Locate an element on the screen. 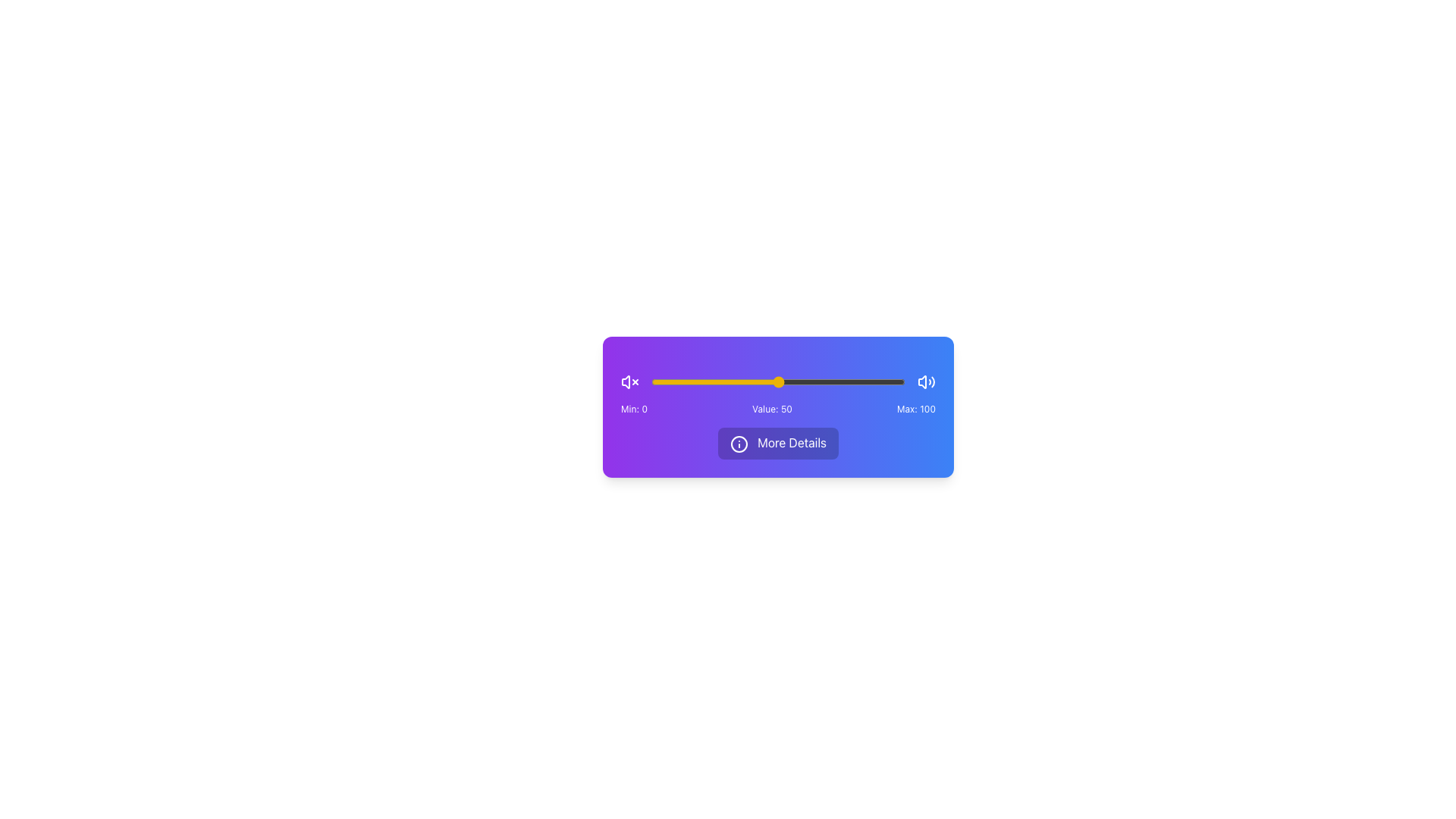 Image resolution: width=1456 pixels, height=819 pixels. the text label displaying 'Min: 0', which is the first label in a horizontal group of three labels on a purple background is located at coordinates (634, 409).